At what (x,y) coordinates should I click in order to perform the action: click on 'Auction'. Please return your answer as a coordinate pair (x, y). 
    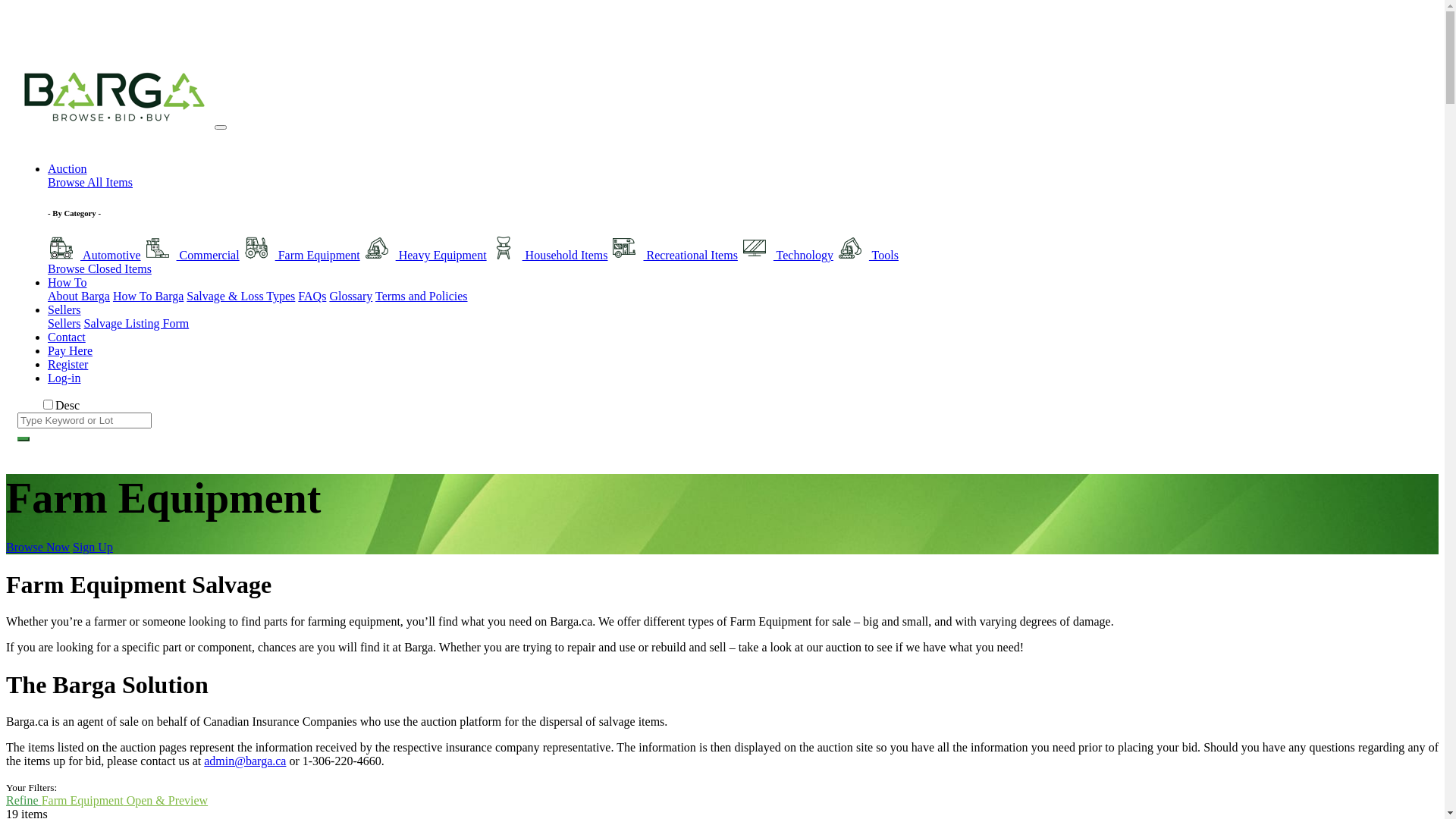
    Looking at the image, I should click on (67, 168).